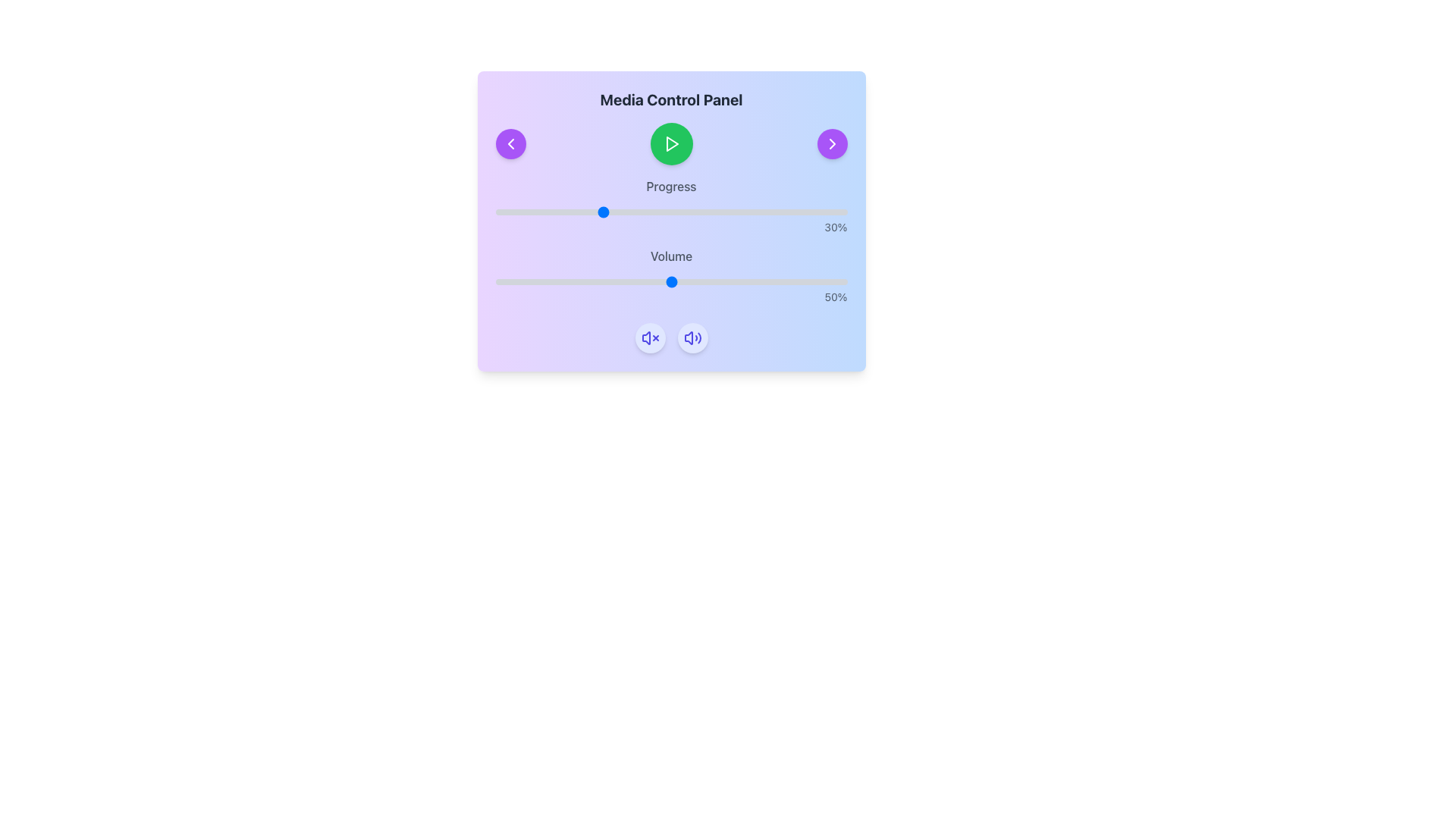 The width and height of the screenshot is (1456, 819). What do you see at coordinates (705, 212) in the screenshot?
I see `the progress` at bounding box center [705, 212].